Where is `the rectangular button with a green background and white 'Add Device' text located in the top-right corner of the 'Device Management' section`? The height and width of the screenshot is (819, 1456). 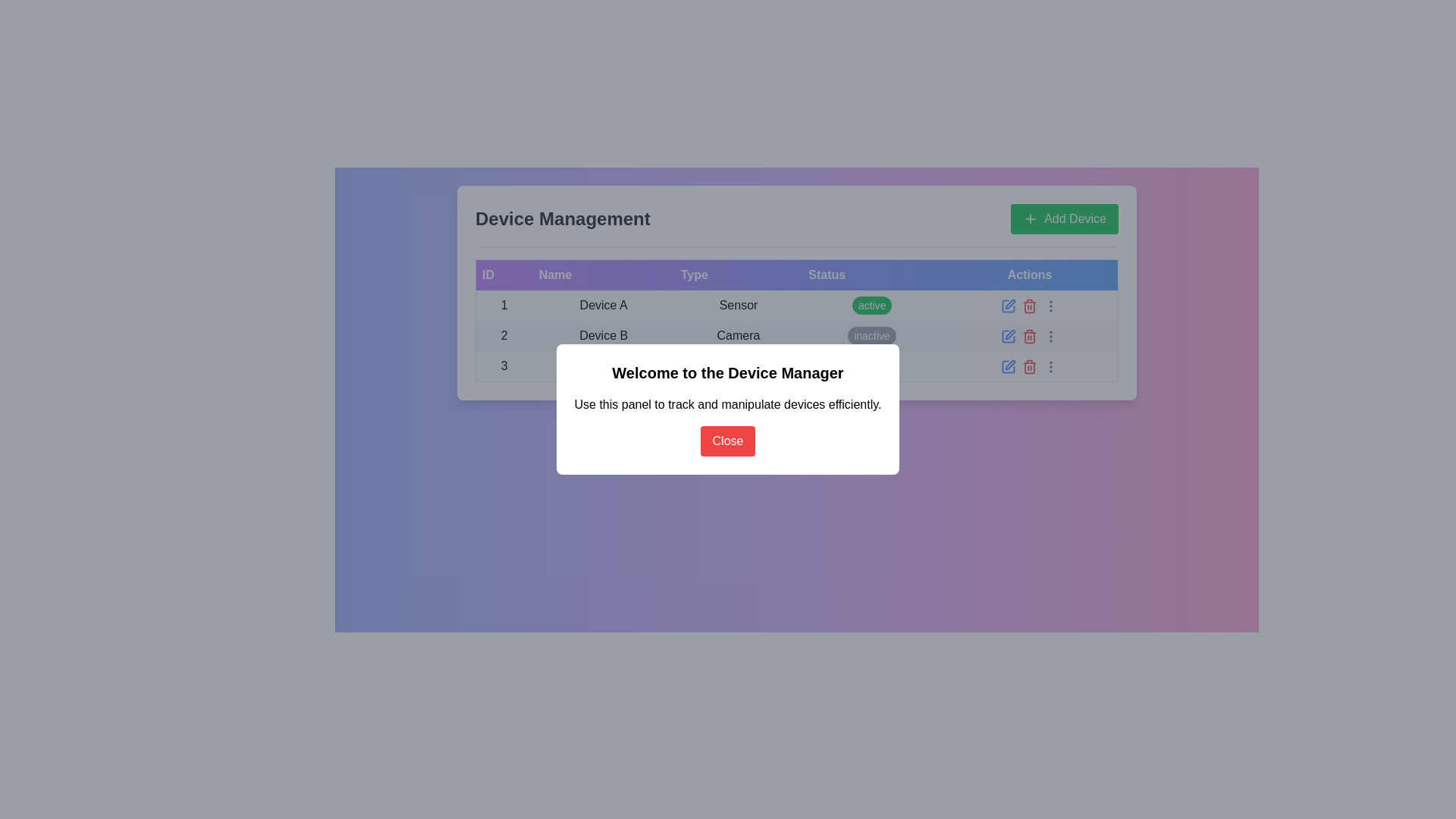 the rectangular button with a green background and white 'Add Device' text located in the top-right corner of the 'Device Management' section is located at coordinates (1064, 219).